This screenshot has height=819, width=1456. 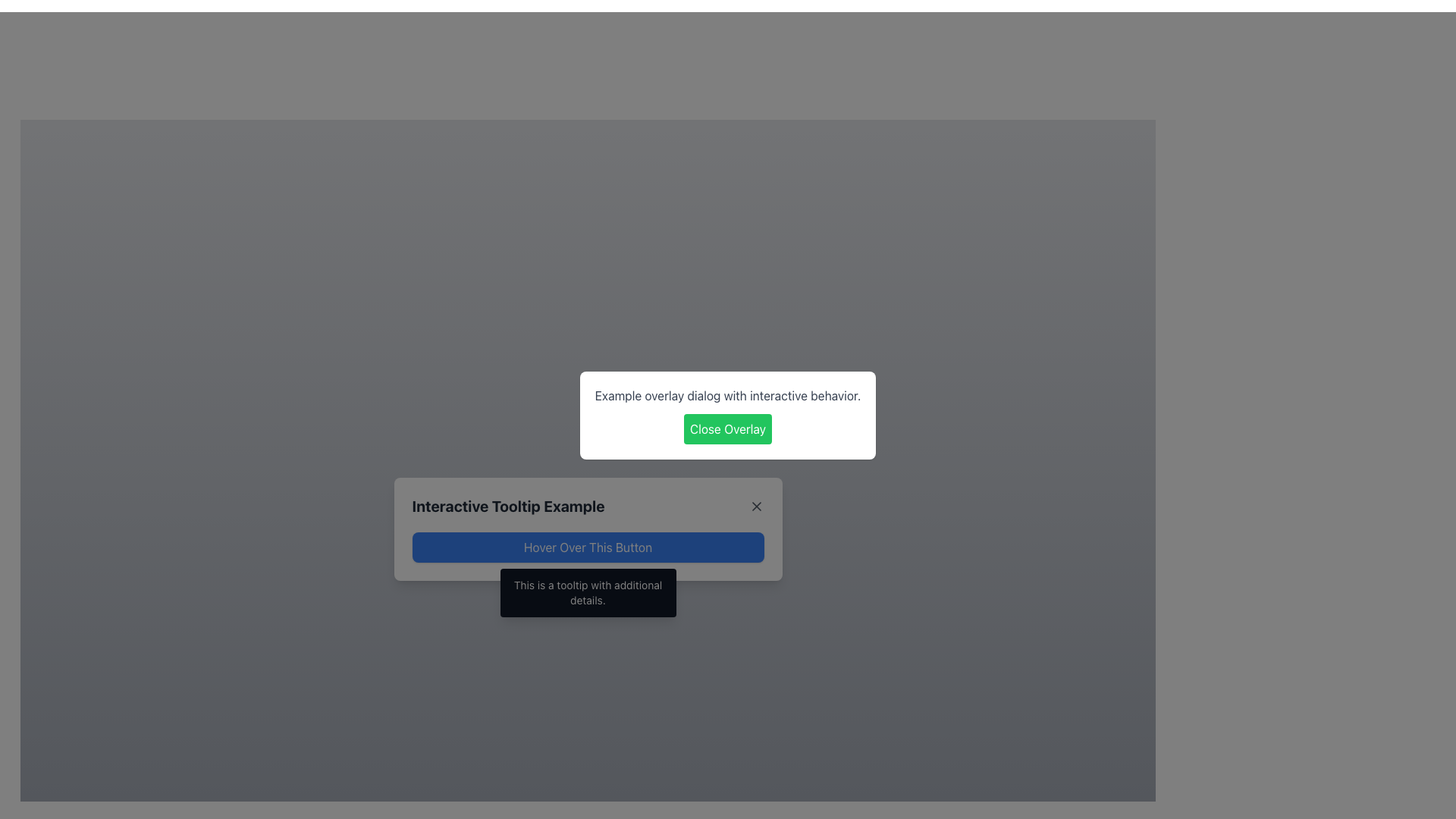 I want to click on message displayed in the tooltip located directly beneath the button labeled 'Hover Over This Button', which appears upon hovering over the button, so click(x=587, y=592).